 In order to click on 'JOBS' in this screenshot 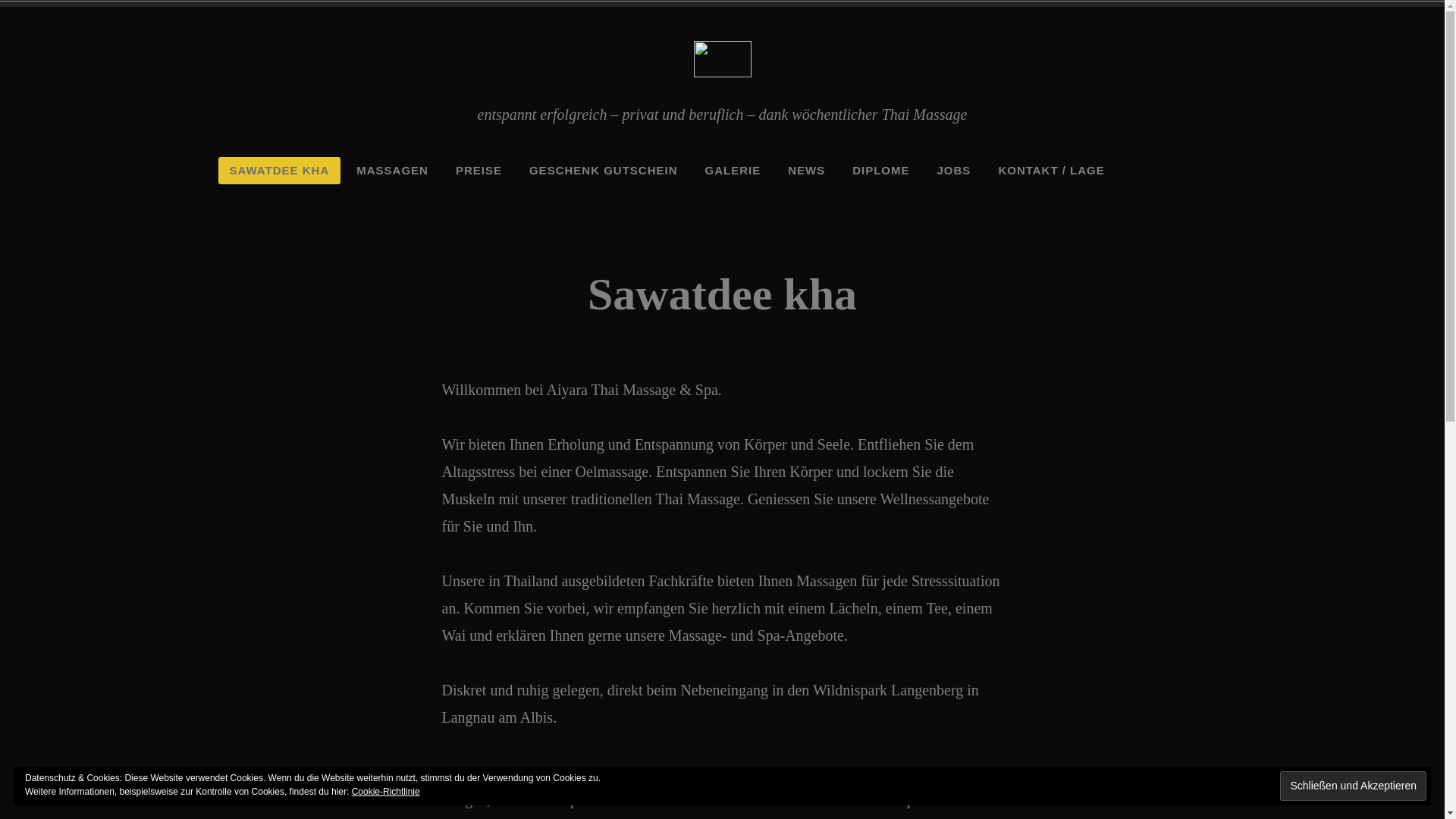, I will do `click(953, 170)`.